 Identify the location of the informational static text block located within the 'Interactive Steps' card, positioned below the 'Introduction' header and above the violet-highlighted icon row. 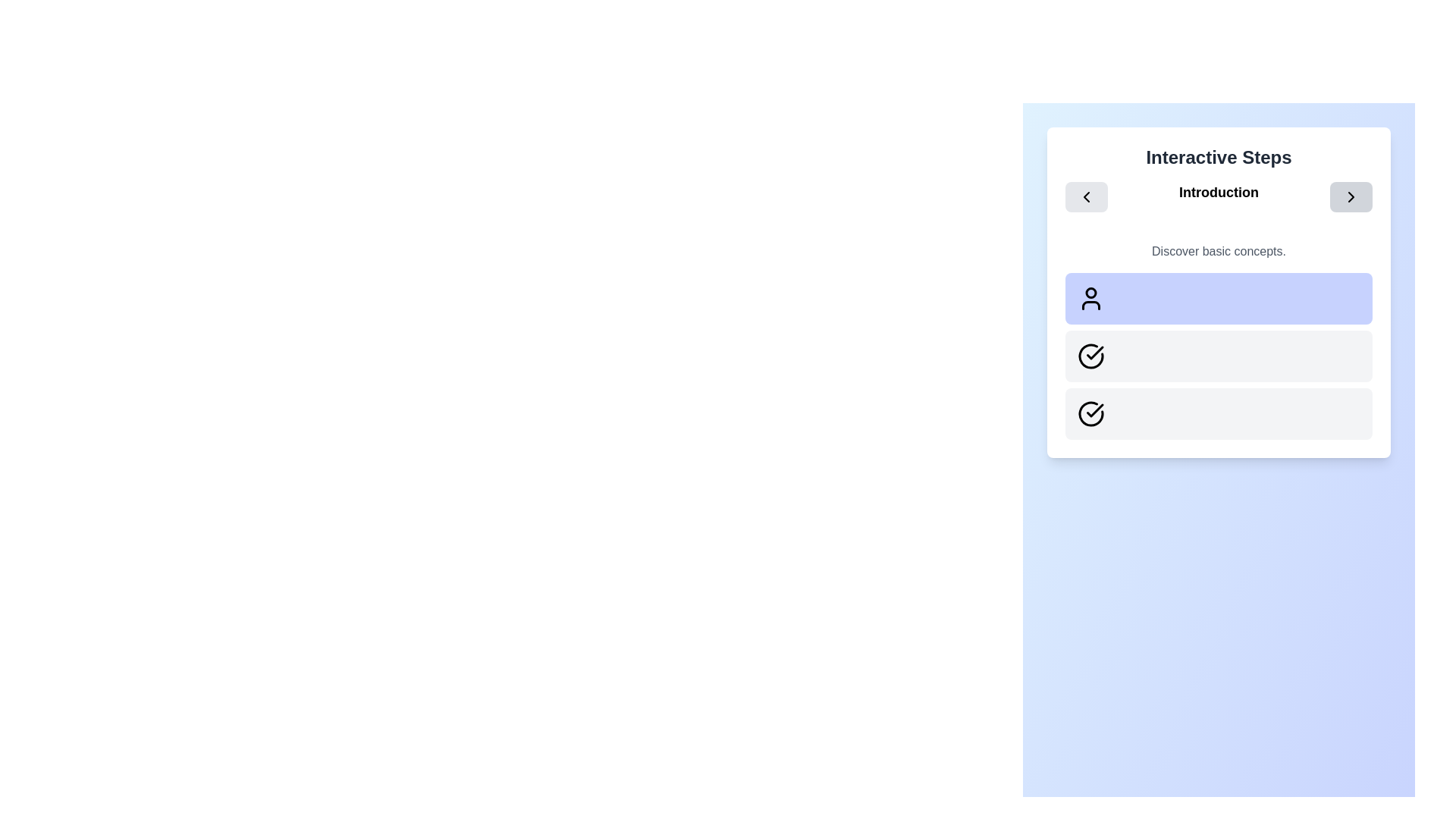
(1219, 250).